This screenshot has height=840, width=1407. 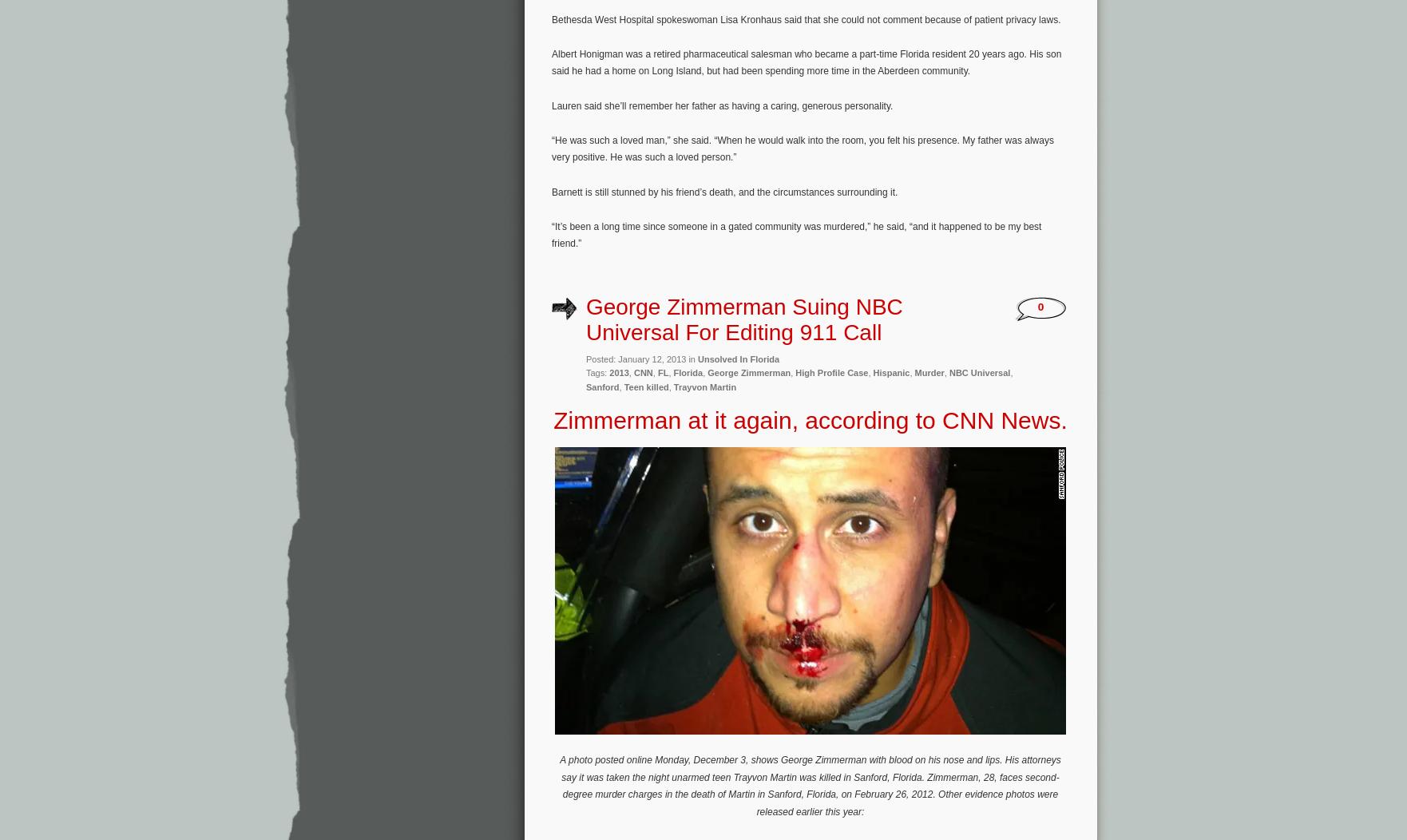 What do you see at coordinates (585, 318) in the screenshot?
I see `'George Zimmerman Suing NBC Universal For Editing 911 Call'` at bounding box center [585, 318].